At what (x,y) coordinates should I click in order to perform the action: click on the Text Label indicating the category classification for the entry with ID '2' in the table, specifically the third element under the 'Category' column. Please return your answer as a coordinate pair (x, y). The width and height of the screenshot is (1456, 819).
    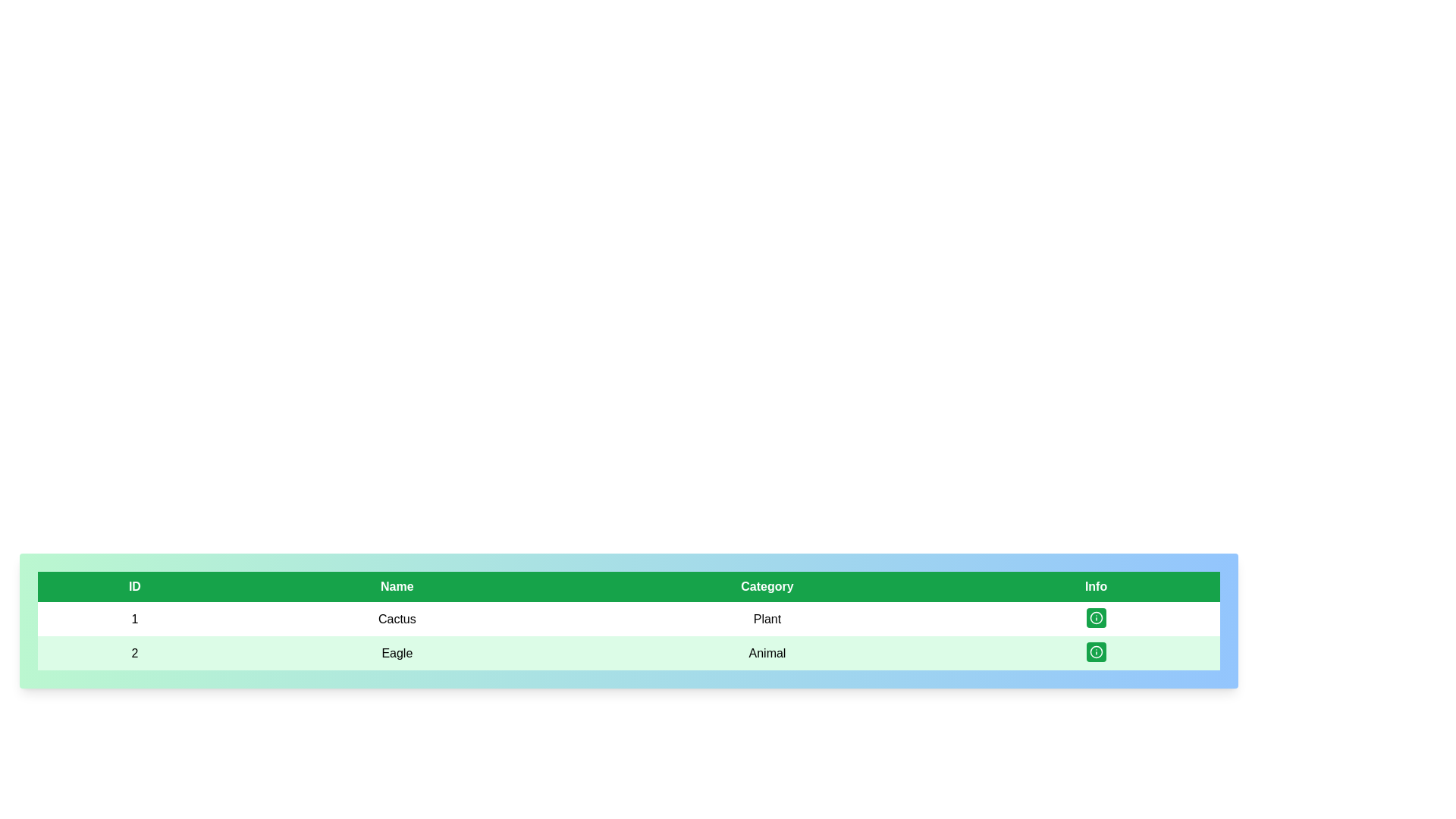
    Looking at the image, I should click on (767, 652).